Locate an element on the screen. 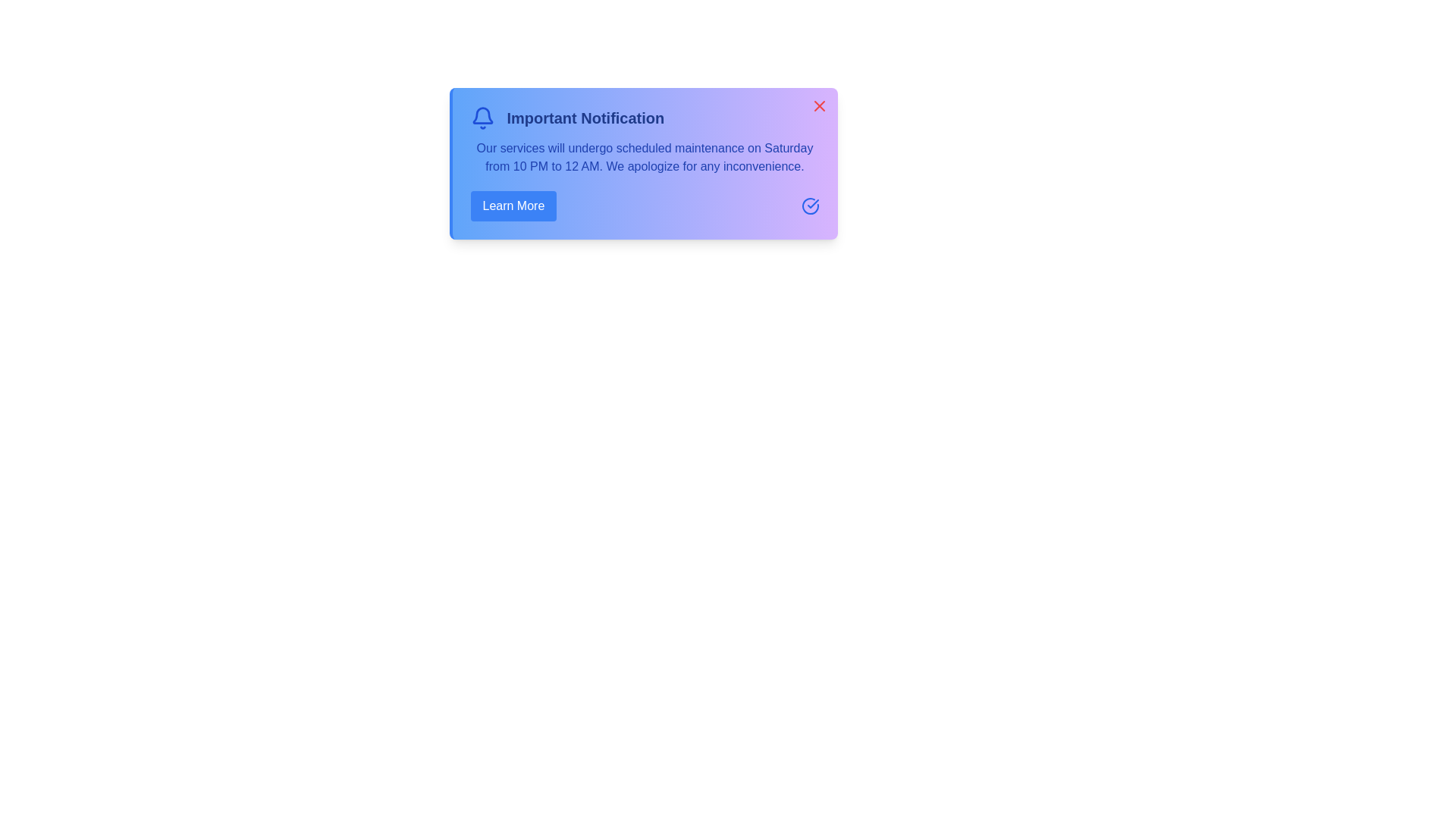 This screenshot has width=1456, height=819. 'Learn More' button to navigate for additional information is located at coordinates (513, 206).